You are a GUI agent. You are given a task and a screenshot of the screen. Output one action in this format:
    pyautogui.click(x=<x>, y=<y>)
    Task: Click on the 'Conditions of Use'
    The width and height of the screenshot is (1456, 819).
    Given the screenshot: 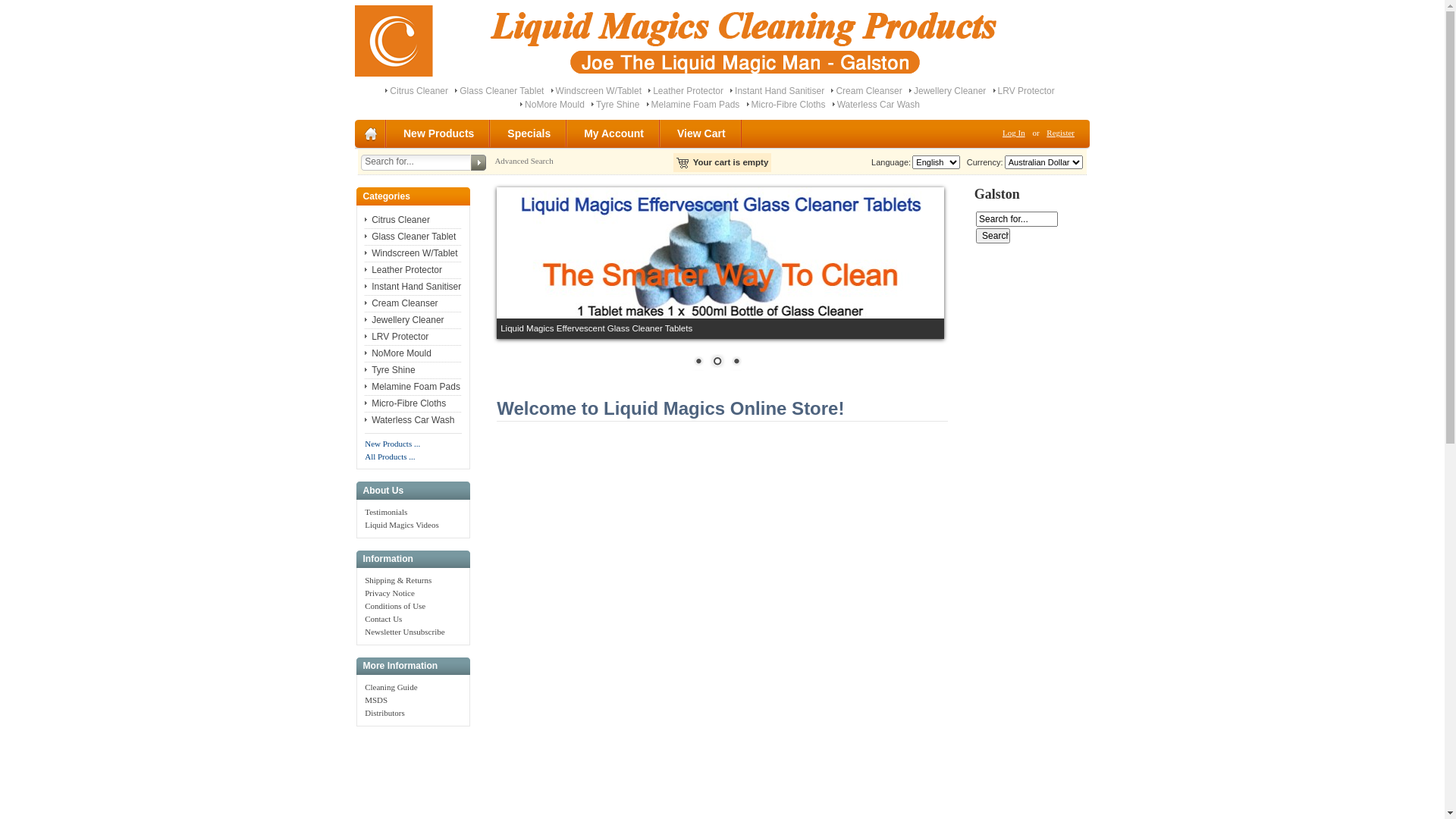 What is the action you would take?
    pyautogui.click(x=395, y=604)
    